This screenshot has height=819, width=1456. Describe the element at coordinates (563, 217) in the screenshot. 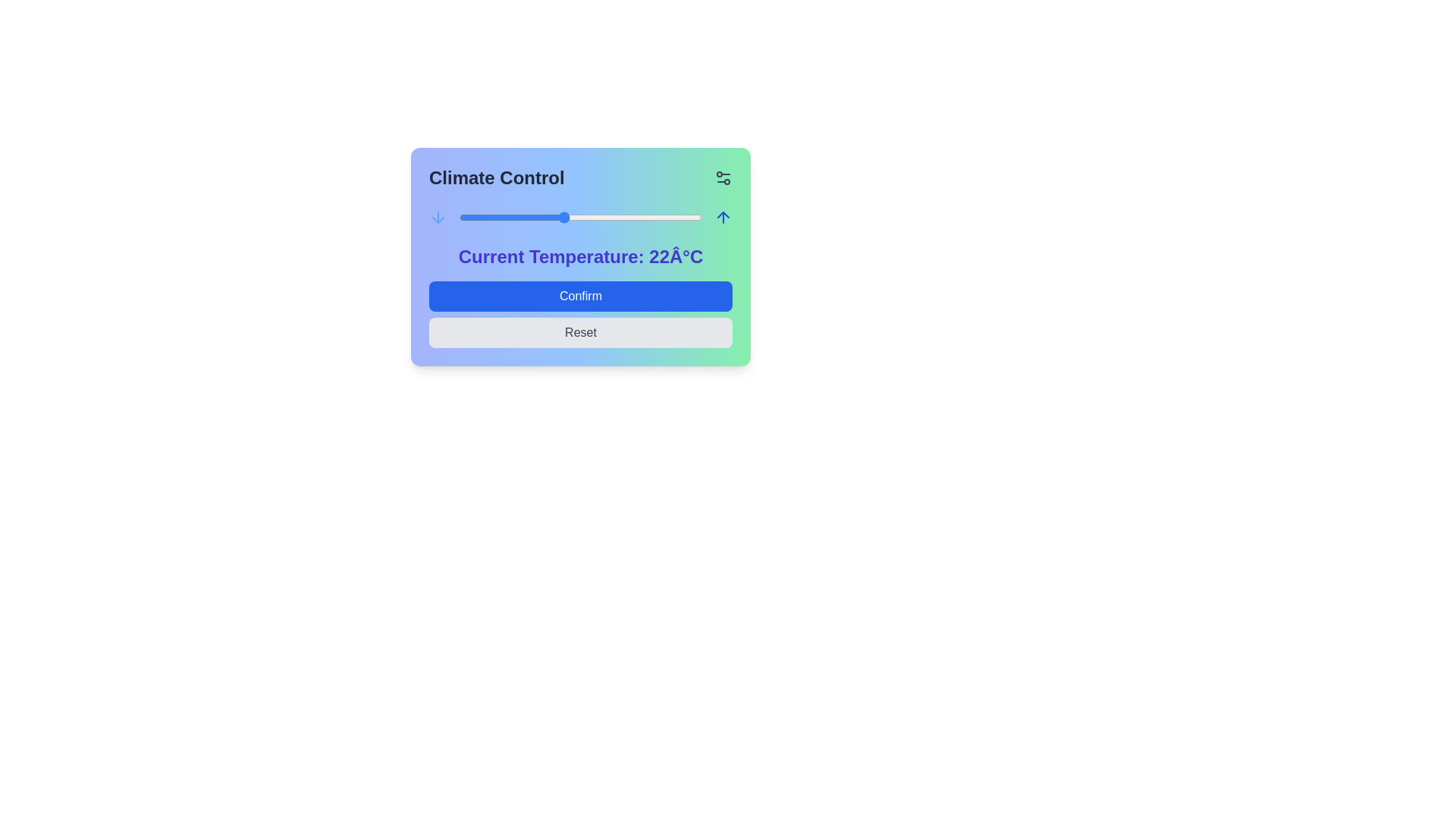

I see `the temperature slider to set the temperature to 22°C` at that location.